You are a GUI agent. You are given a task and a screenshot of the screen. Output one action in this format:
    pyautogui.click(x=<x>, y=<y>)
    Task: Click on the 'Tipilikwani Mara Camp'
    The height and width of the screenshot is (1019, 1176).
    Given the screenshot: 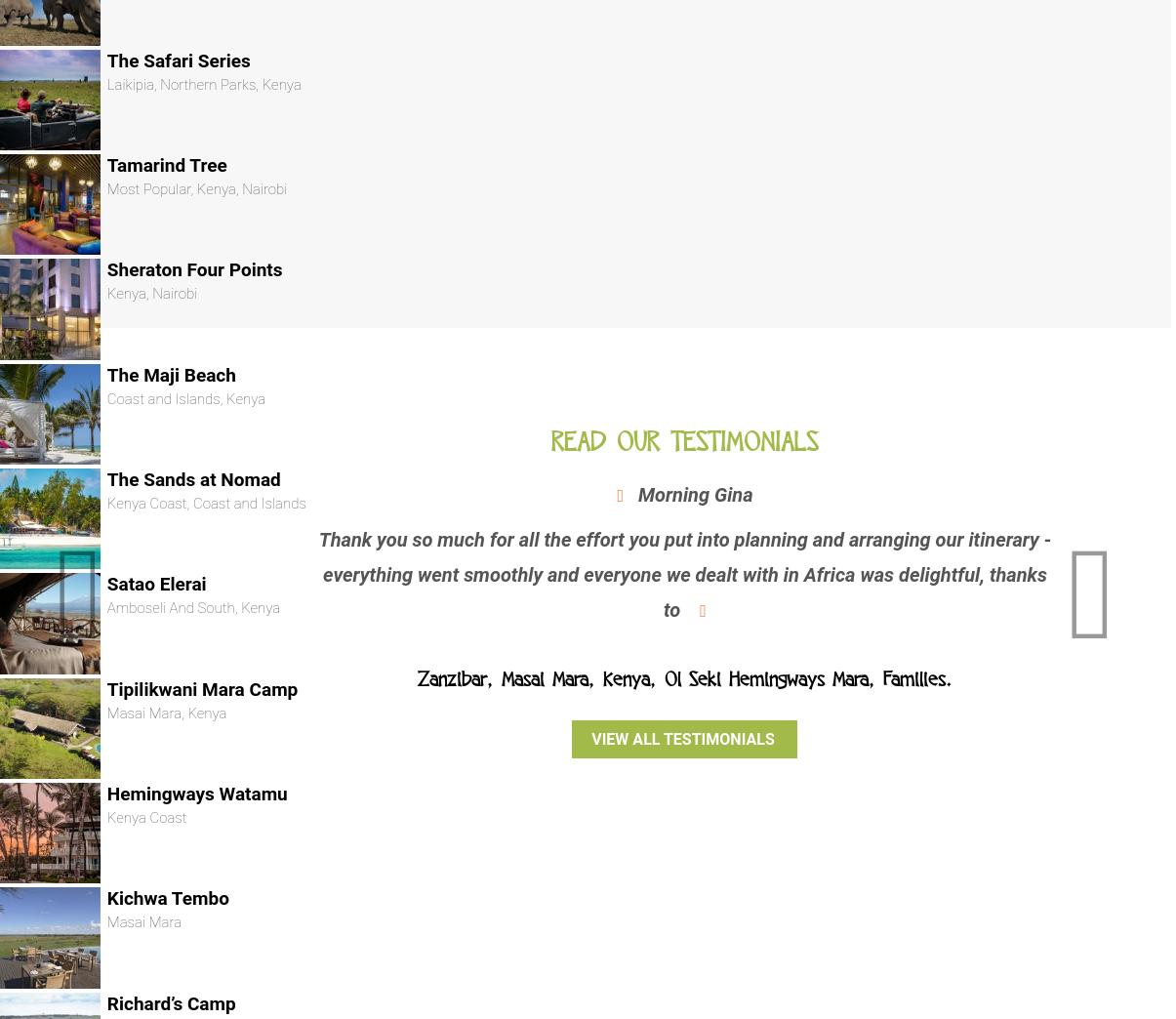 What is the action you would take?
    pyautogui.click(x=105, y=687)
    